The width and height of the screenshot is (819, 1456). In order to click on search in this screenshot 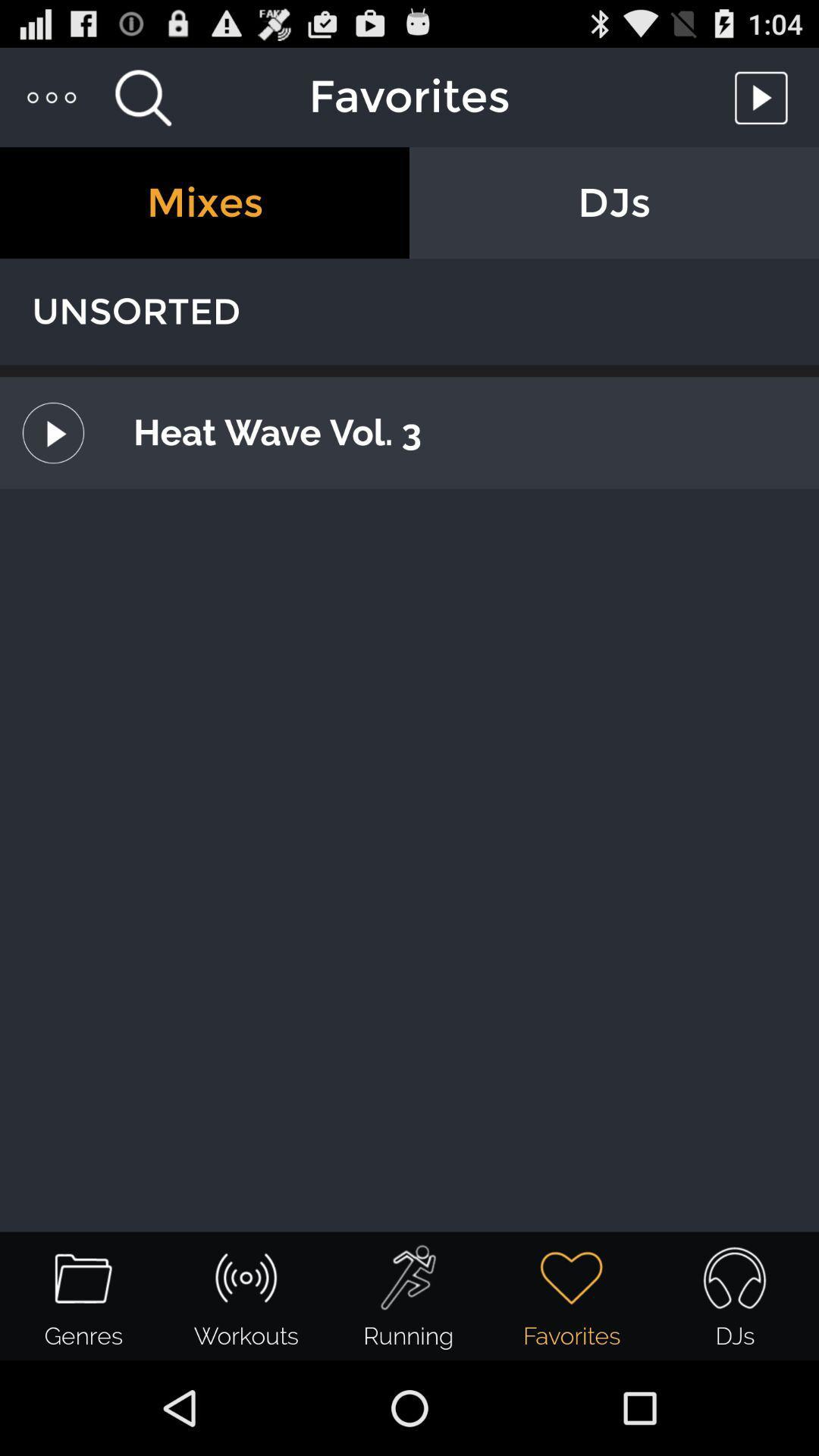, I will do `click(143, 96)`.